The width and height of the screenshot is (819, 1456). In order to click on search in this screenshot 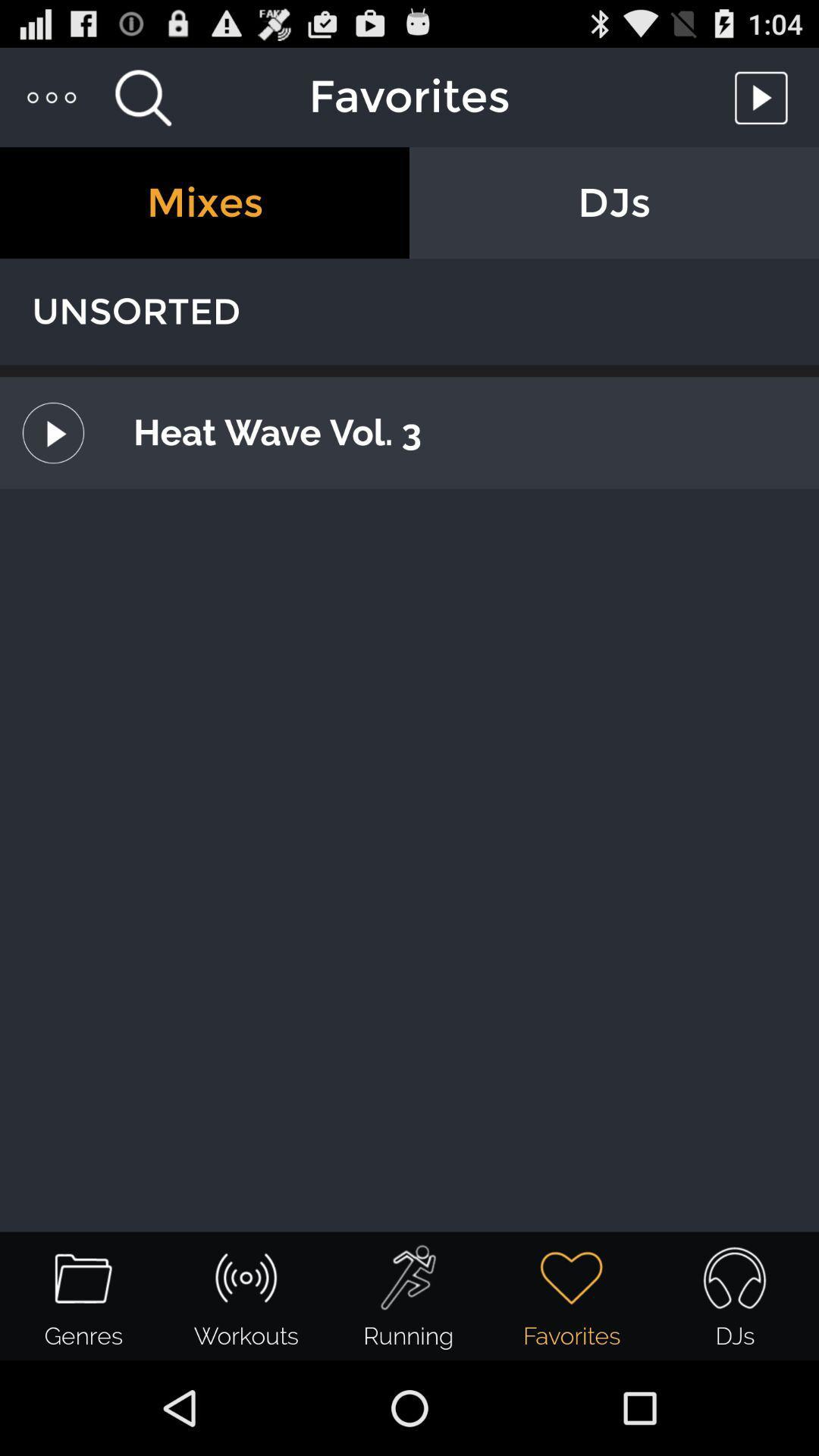, I will do `click(143, 96)`.